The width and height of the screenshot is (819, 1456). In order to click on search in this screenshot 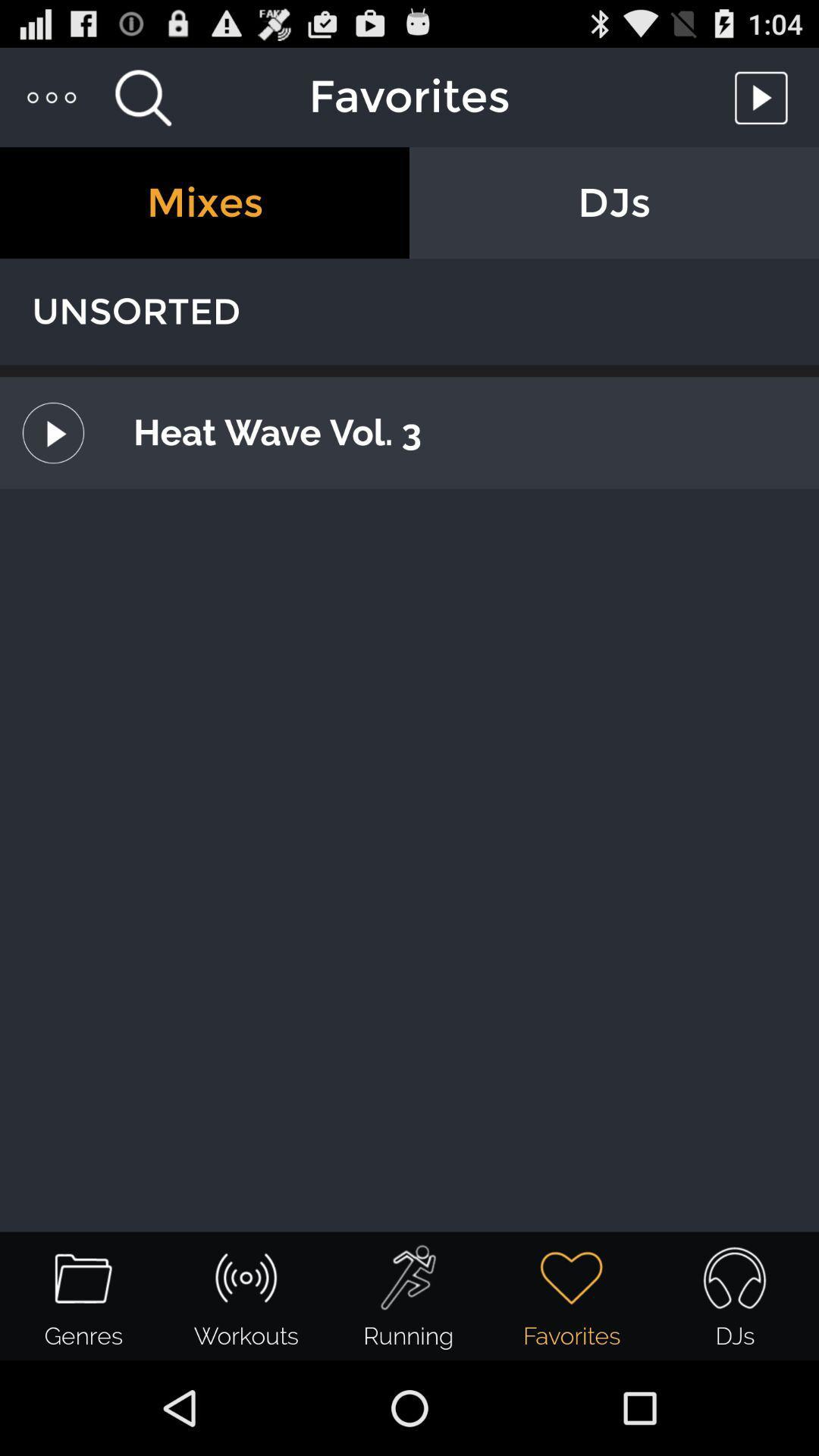, I will do `click(143, 96)`.